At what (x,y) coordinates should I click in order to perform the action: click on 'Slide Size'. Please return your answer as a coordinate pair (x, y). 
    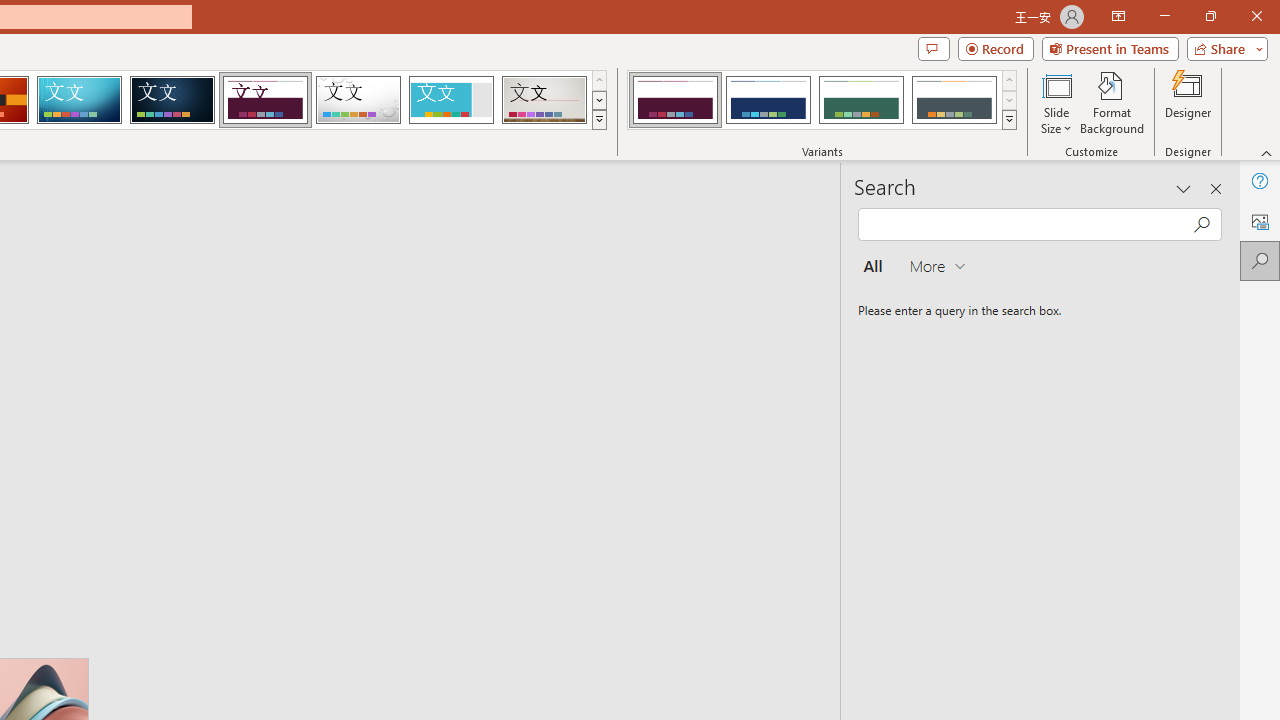
    Looking at the image, I should click on (1055, 103).